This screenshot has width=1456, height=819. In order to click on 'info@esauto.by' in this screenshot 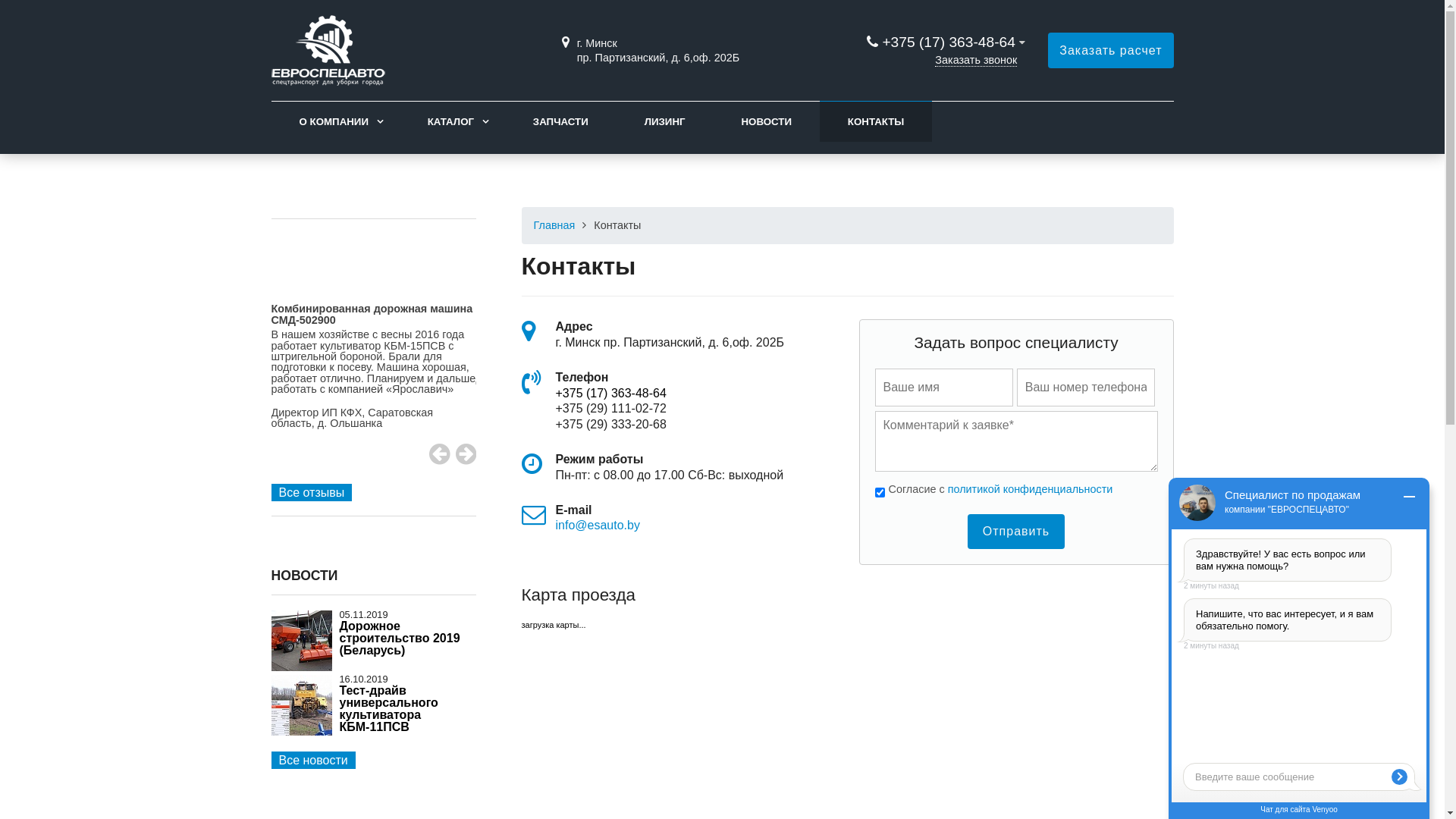, I will do `click(596, 524)`.